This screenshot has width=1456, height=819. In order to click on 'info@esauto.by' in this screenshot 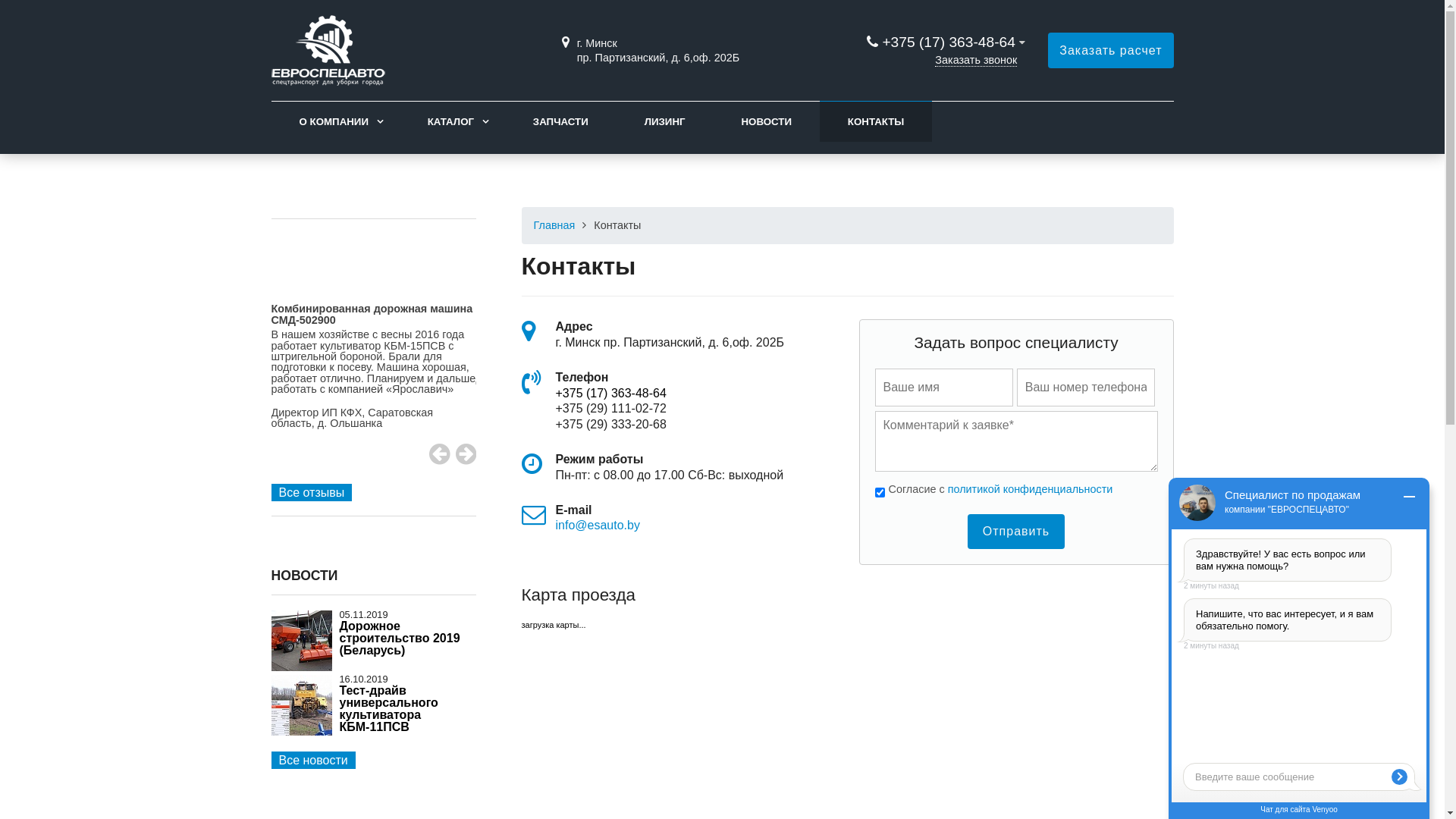, I will do `click(596, 524)`.